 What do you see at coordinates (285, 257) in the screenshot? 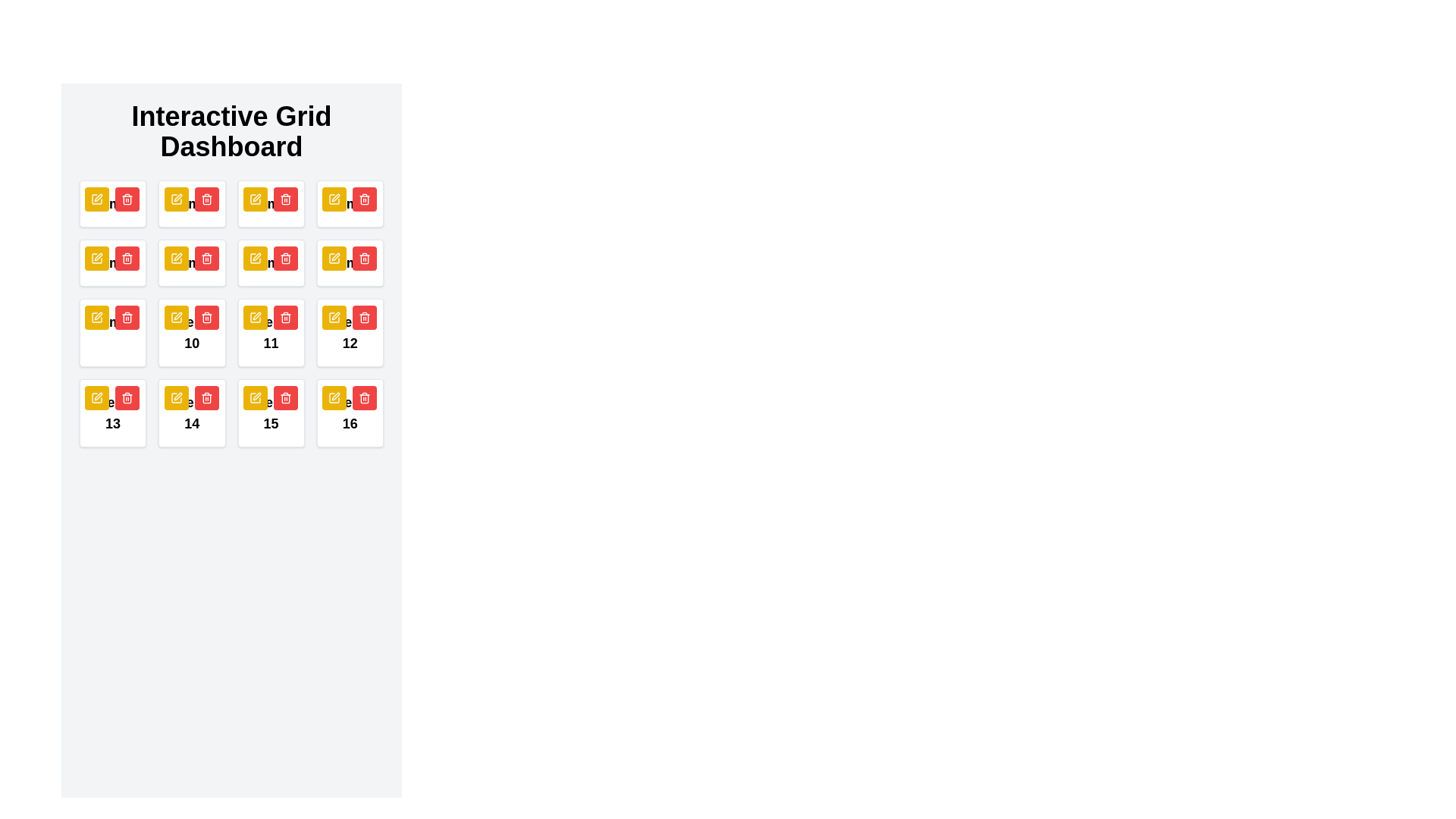
I see `the small trash bin icon with a red background and white outlines located in the grid cell representing item 11` at bounding box center [285, 257].